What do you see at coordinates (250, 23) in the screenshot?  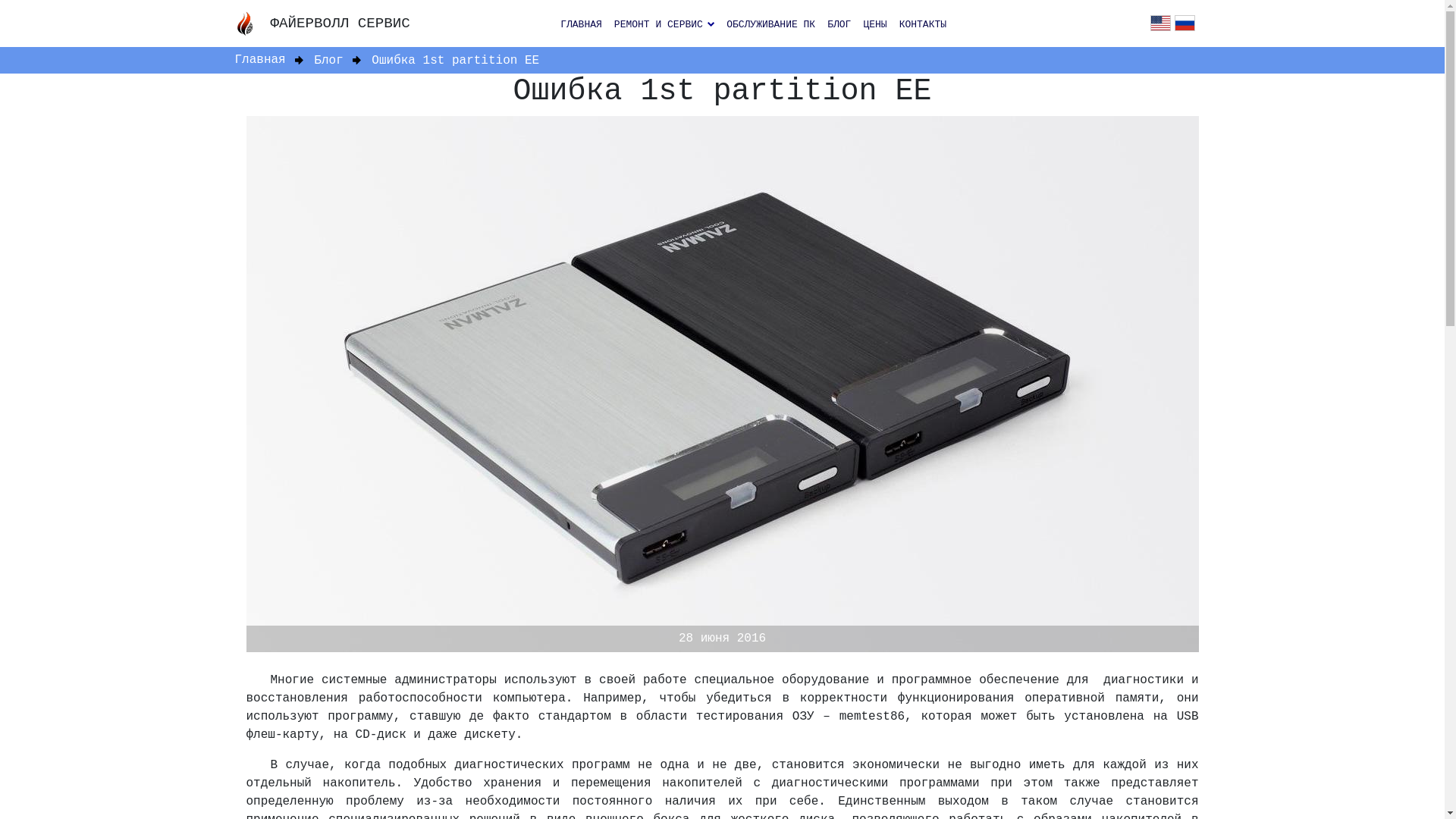 I see `'Home'` at bounding box center [250, 23].